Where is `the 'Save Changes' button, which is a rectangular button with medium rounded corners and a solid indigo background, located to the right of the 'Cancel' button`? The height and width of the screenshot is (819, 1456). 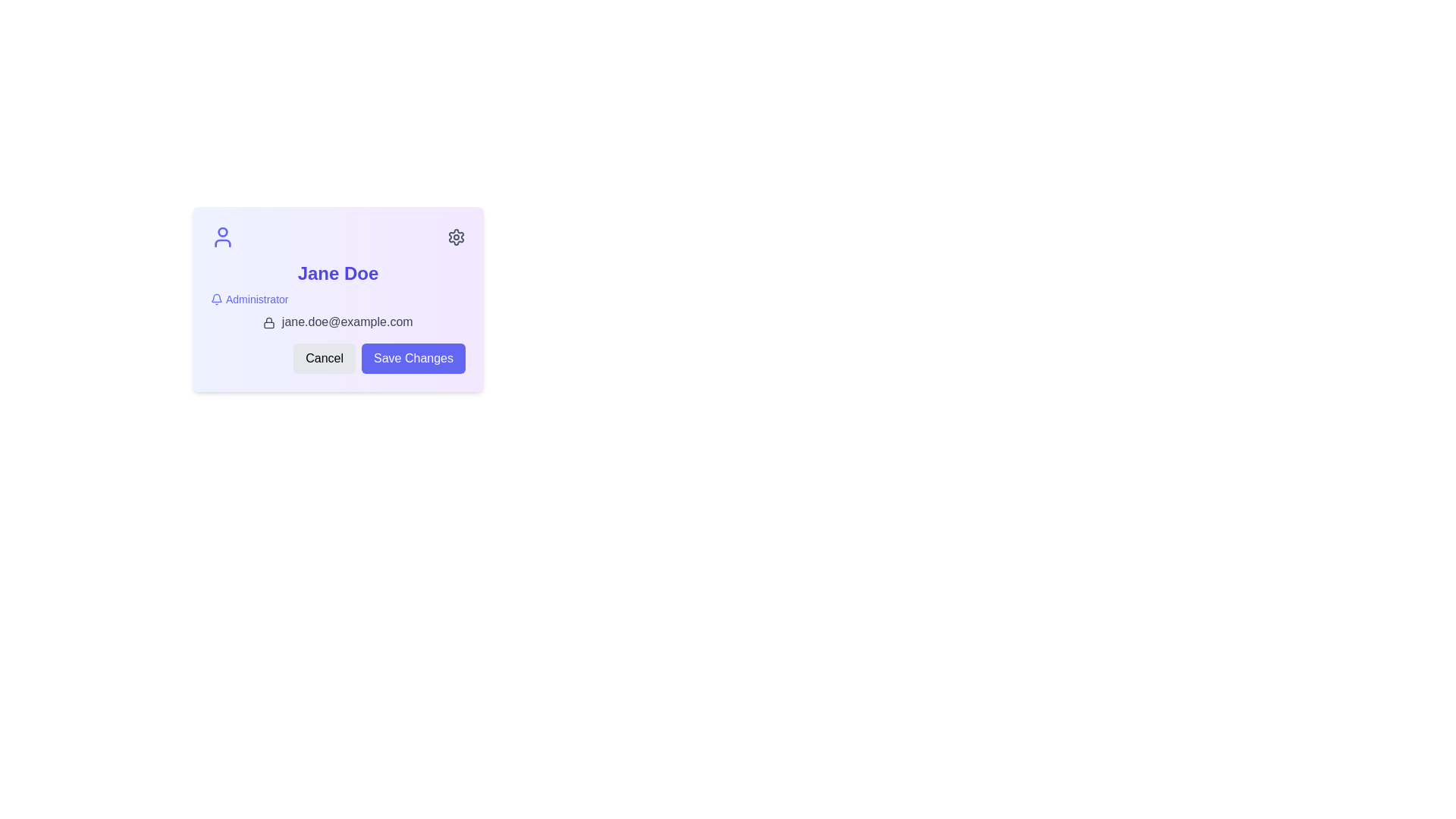
the 'Save Changes' button, which is a rectangular button with medium rounded corners and a solid indigo background, located to the right of the 'Cancel' button is located at coordinates (413, 359).